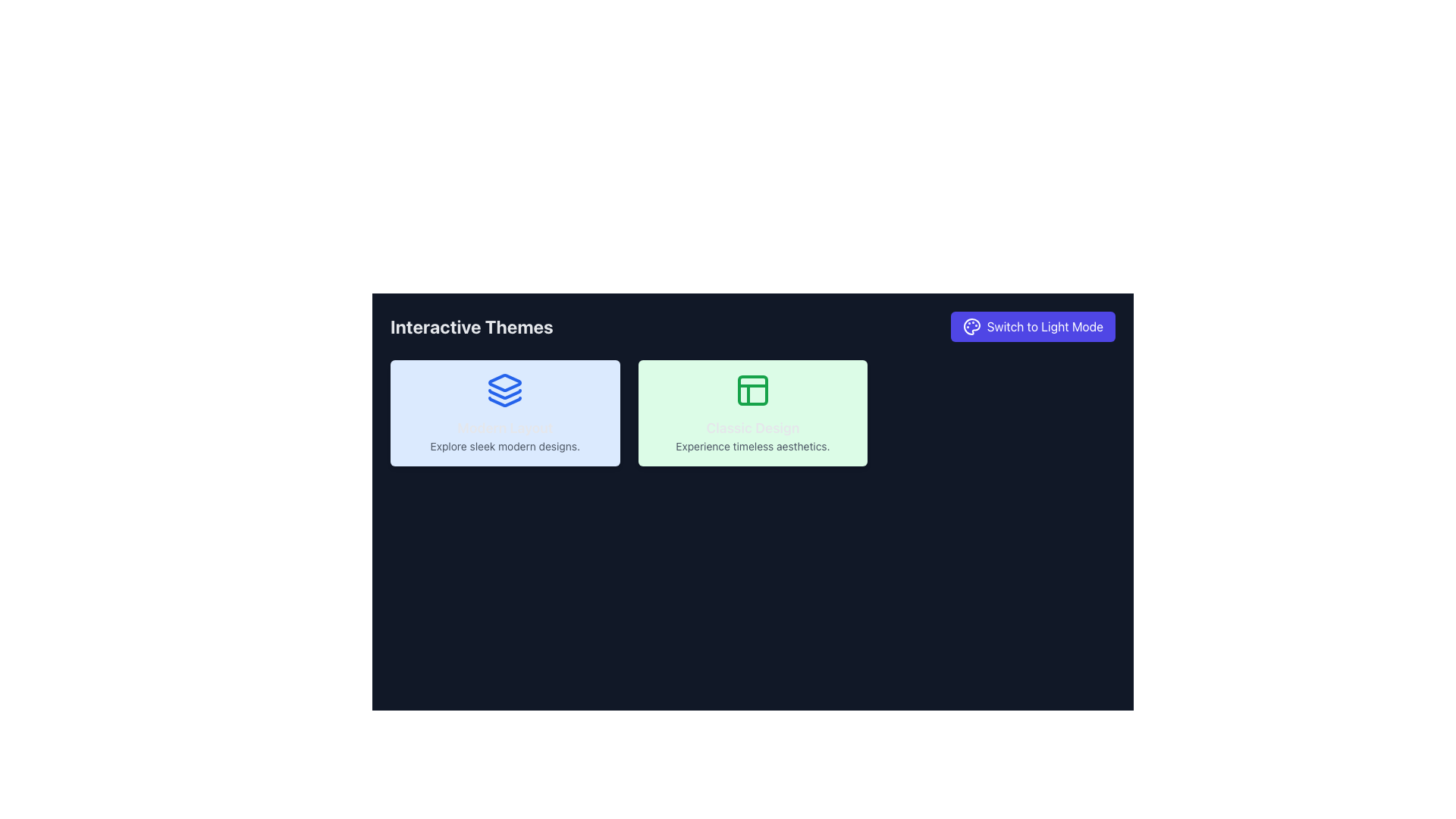 This screenshot has height=819, width=1456. What do you see at coordinates (505, 382) in the screenshot?
I see `the topmost layer icon, a vibrant blue diamond shape, within the 'Modern Layout' card located below the 'Interactive Themes' header` at bounding box center [505, 382].